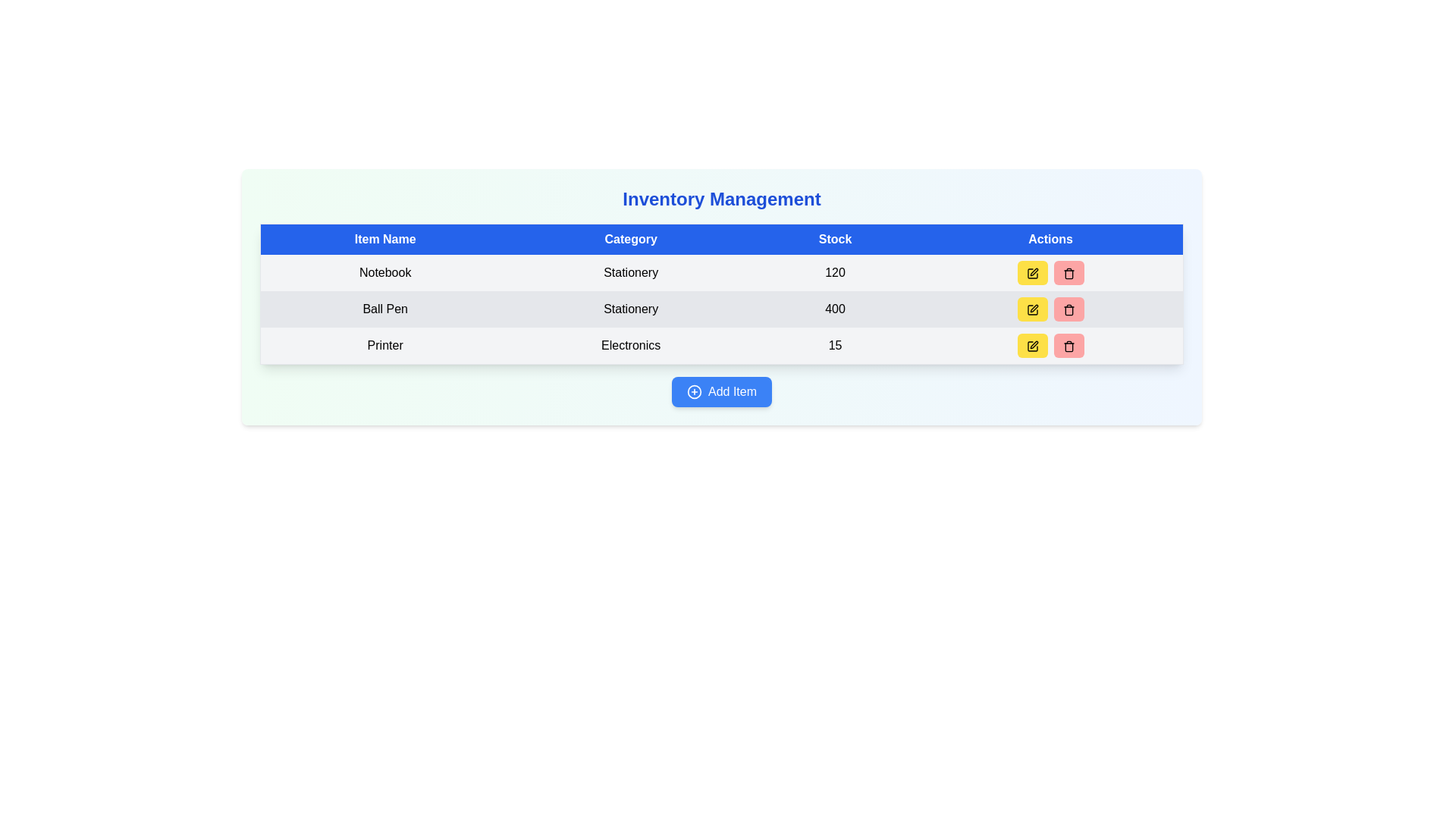  What do you see at coordinates (720, 391) in the screenshot?
I see `the blue rounded button labeled 'Add Item' with a plus icon on the left` at bounding box center [720, 391].